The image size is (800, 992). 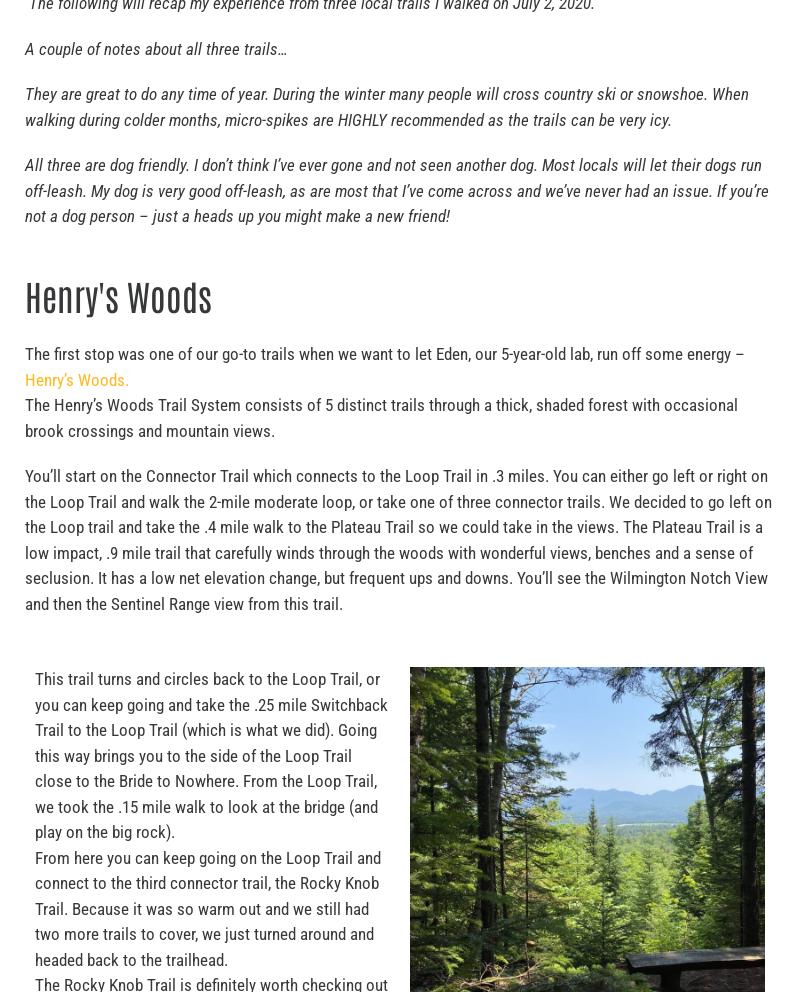 What do you see at coordinates (397, 539) in the screenshot?
I see `'You’ll start on the Connector Trail which connects to the Loop Trail in .3 miles. You can either go left or right on the Loop Trail and walk the 2-mile moderate loop, or take one of three connector trails. We decided to go left on the Loop trail and take the .4 mile walk to the Plateau Trail so we could take in the views. The Plateau Trail is a low impact, .9 mile trail that carefully winds through the woods with wonderful views, benches and a sense of seclusion. It has a low net elevation change, but frequent ups and downs. You’ll see the Wilmington Notch View and then the Sentinel Range view from this trail.'` at bounding box center [397, 539].